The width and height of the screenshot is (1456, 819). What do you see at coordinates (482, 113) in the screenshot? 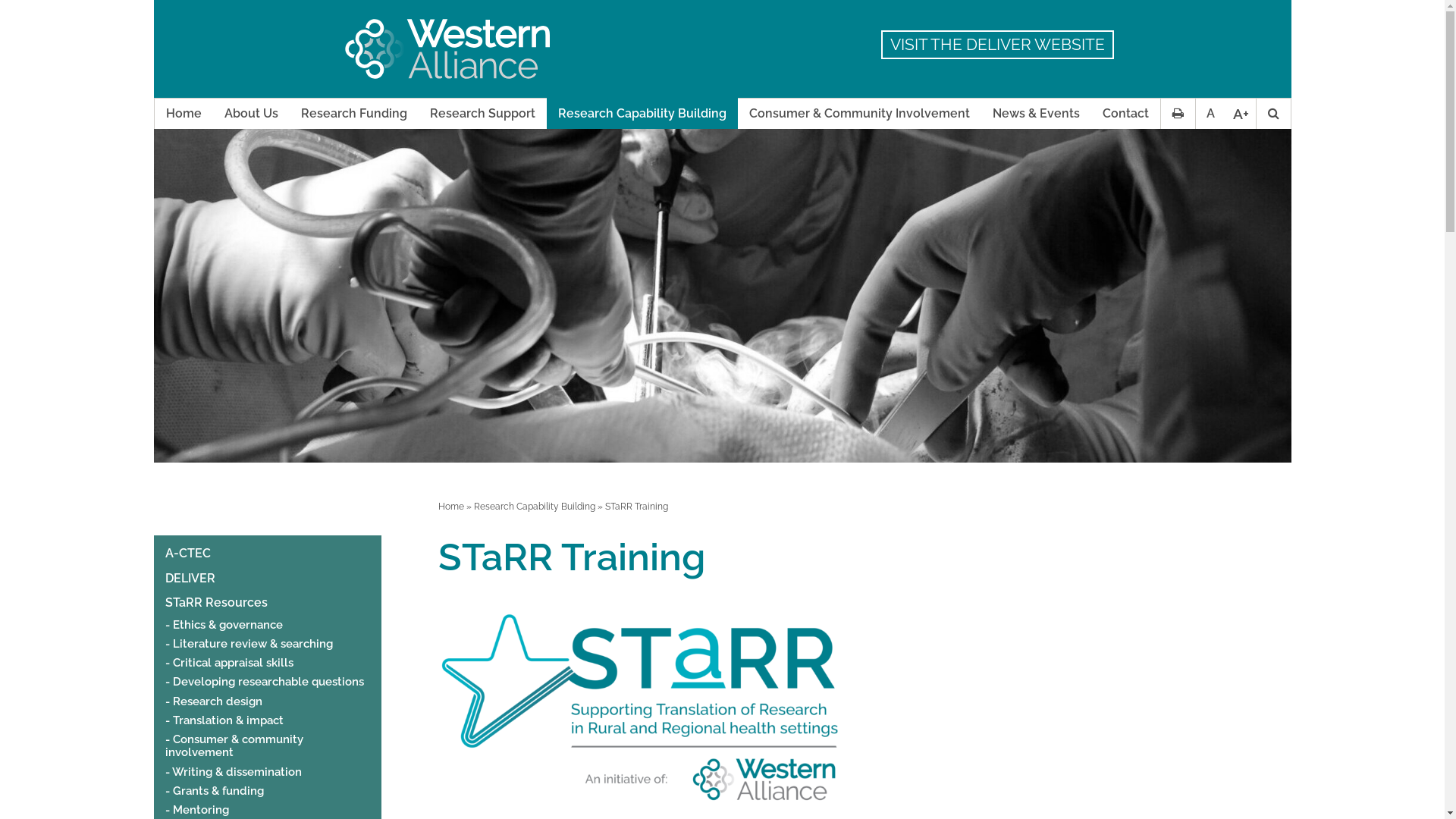
I see `'Research Support'` at bounding box center [482, 113].